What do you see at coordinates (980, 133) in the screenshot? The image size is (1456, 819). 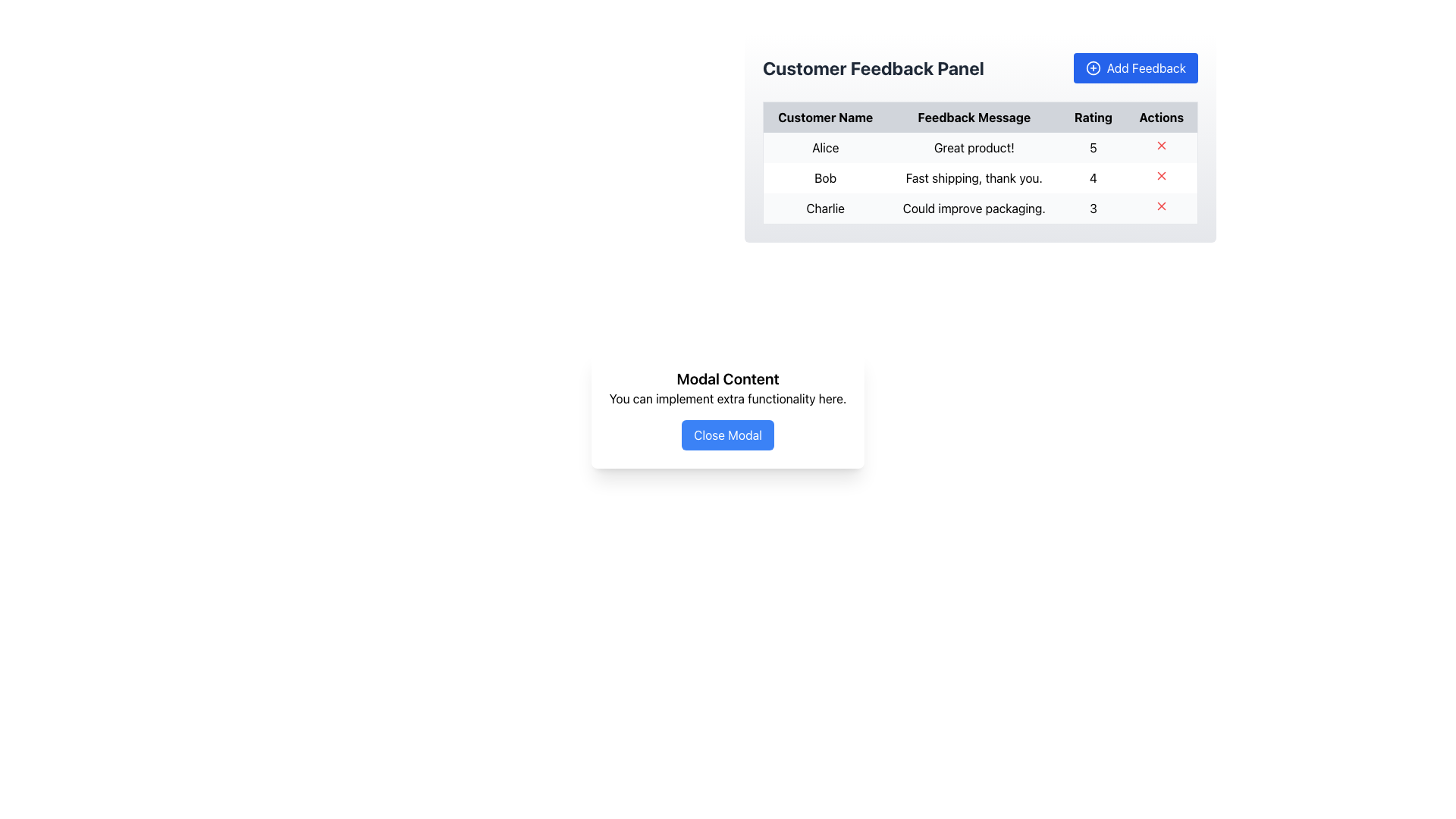 I see `the feedback overview panel table to access specific feedback entries` at bounding box center [980, 133].